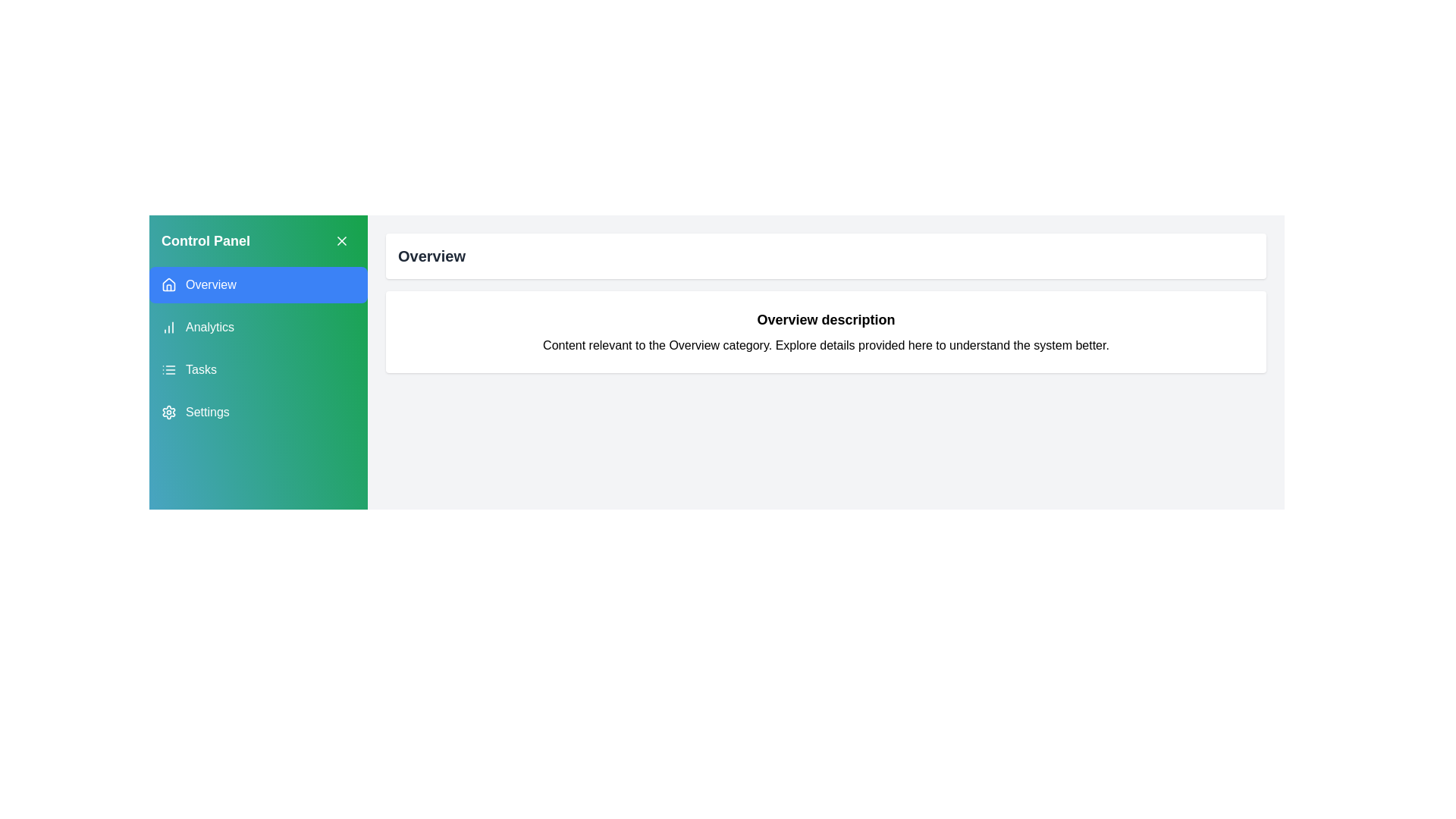 Image resolution: width=1456 pixels, height=819 pixels. Describe the element at coordinates (341, 240) in the screenshot. I see `the toggle button to toggle the drawer open or close` at that location.